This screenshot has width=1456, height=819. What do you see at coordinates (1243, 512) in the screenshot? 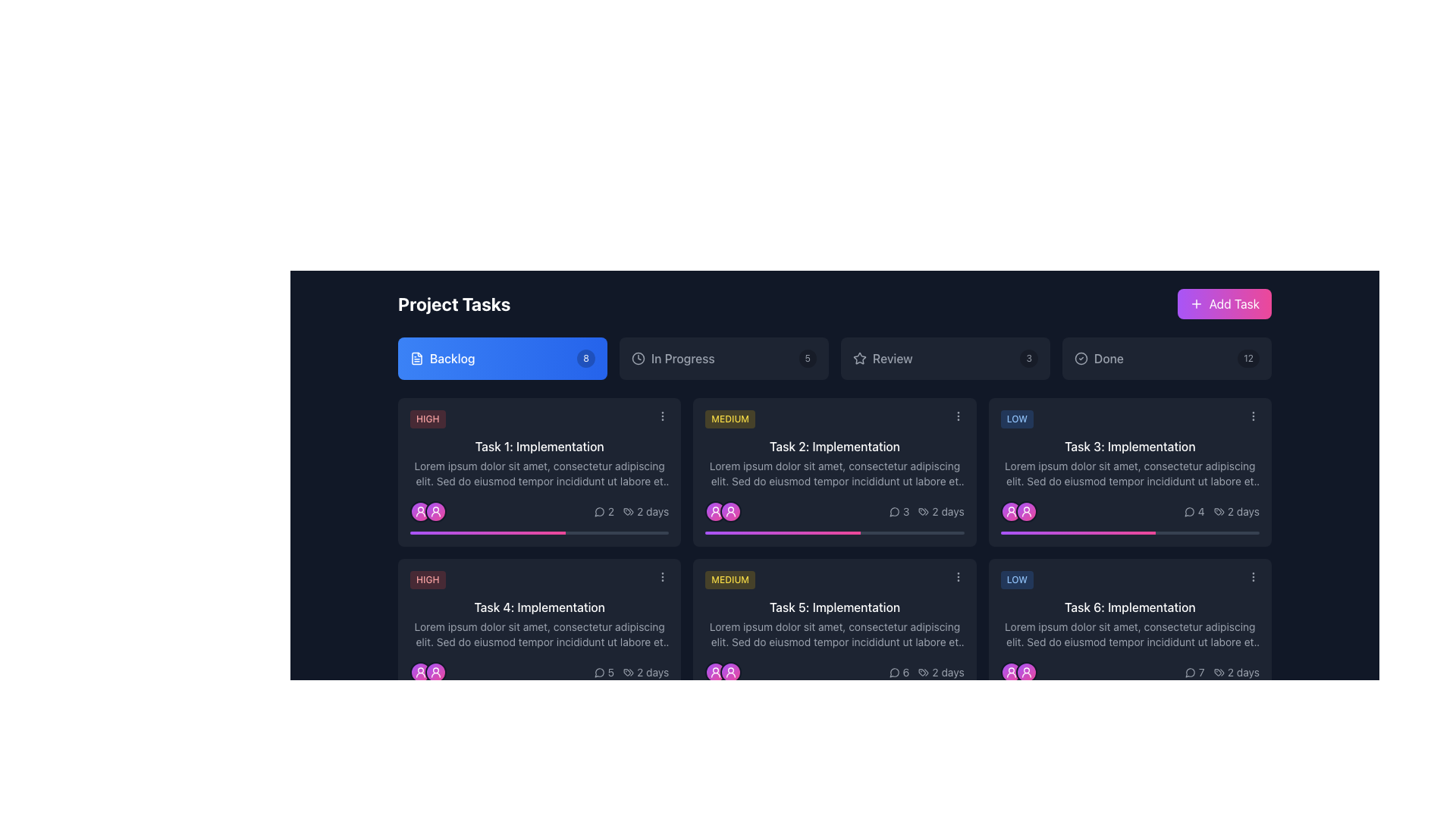
I see `the text label '2 days' styled in gray, located in the lower right corner of the task card labeled 'Task 3: Implementation' within the 'Done' section` at bounding box center [1243, 512].